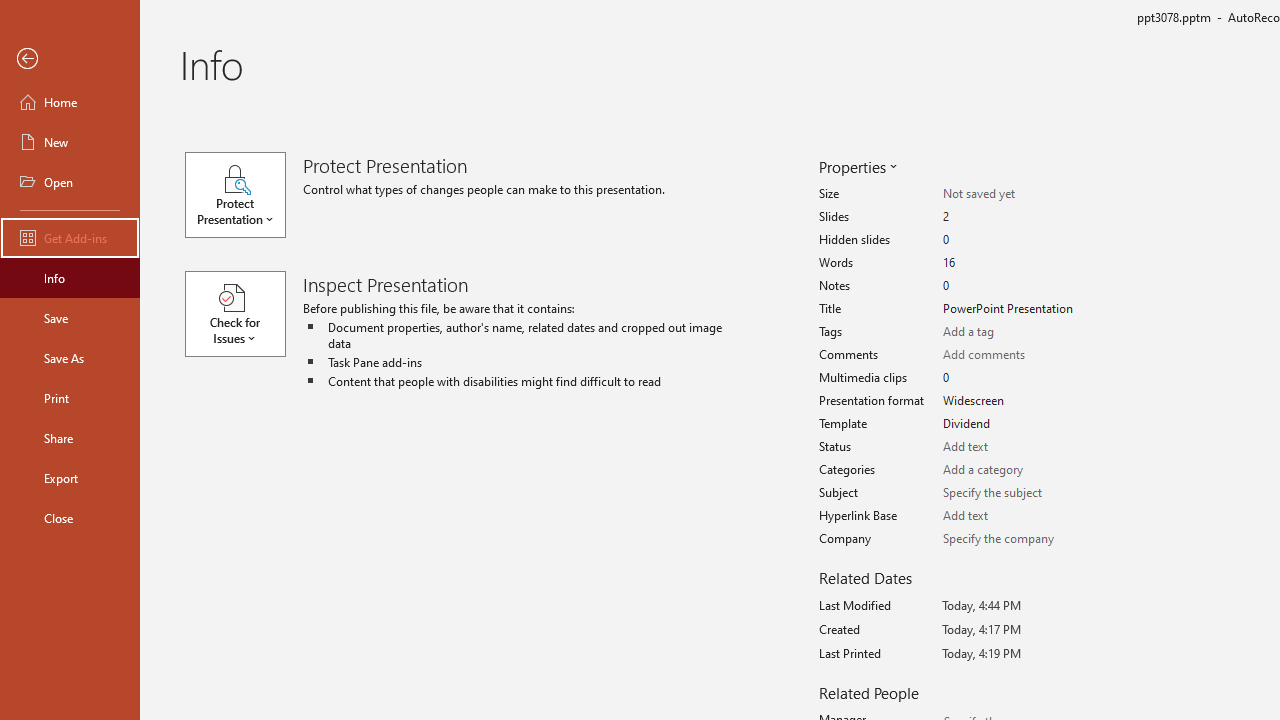 The width and height of the screenshot is (1280, 720). Describe the element at coordinates (1012, 309) in the screenshot. I see `'Title'` at that location.